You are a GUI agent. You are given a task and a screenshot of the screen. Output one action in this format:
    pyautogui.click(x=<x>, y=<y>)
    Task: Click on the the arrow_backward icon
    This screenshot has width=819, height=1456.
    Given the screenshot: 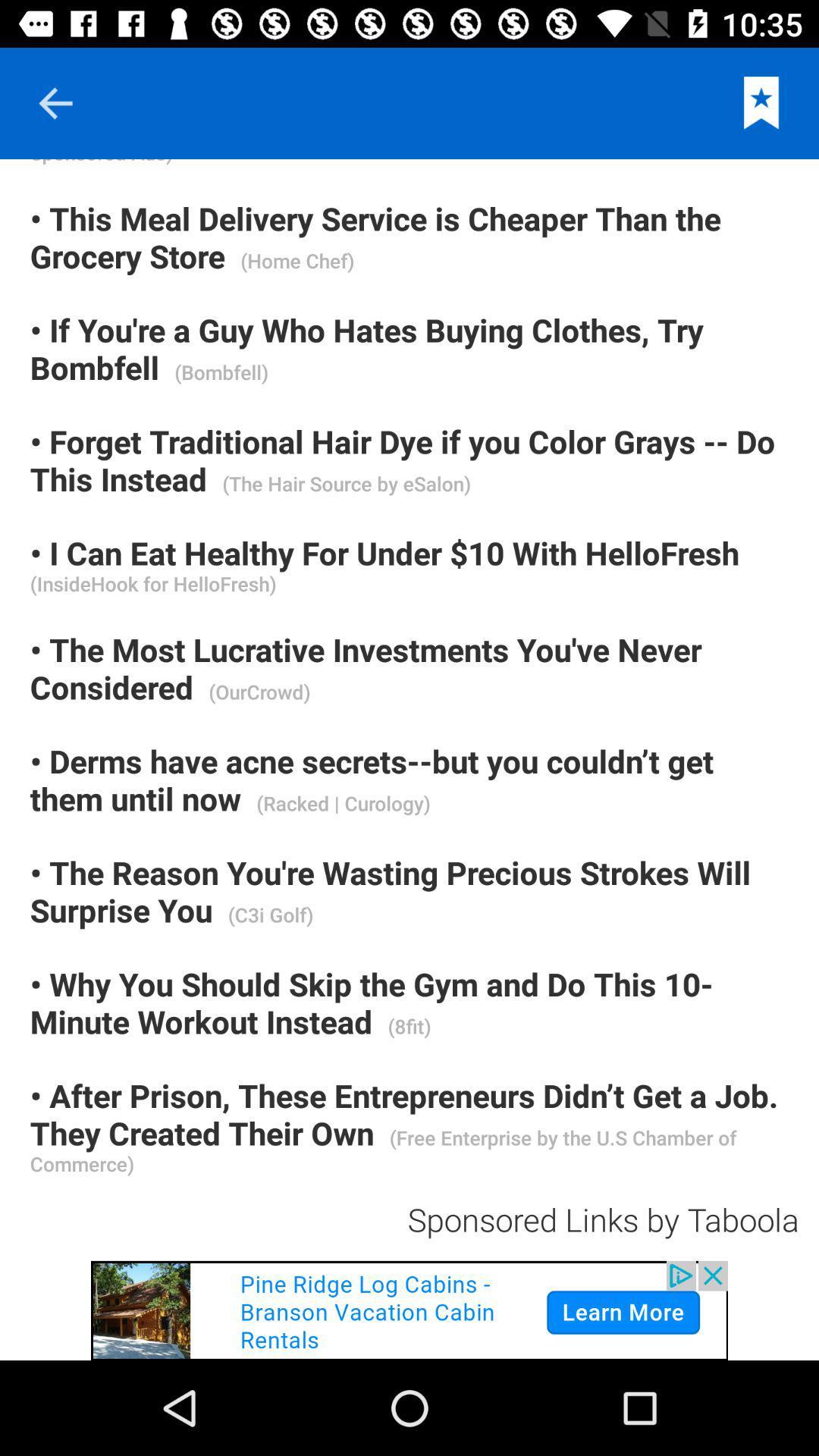 What is the action you would take?
    pyautogui.click(x=55, y=102)
    